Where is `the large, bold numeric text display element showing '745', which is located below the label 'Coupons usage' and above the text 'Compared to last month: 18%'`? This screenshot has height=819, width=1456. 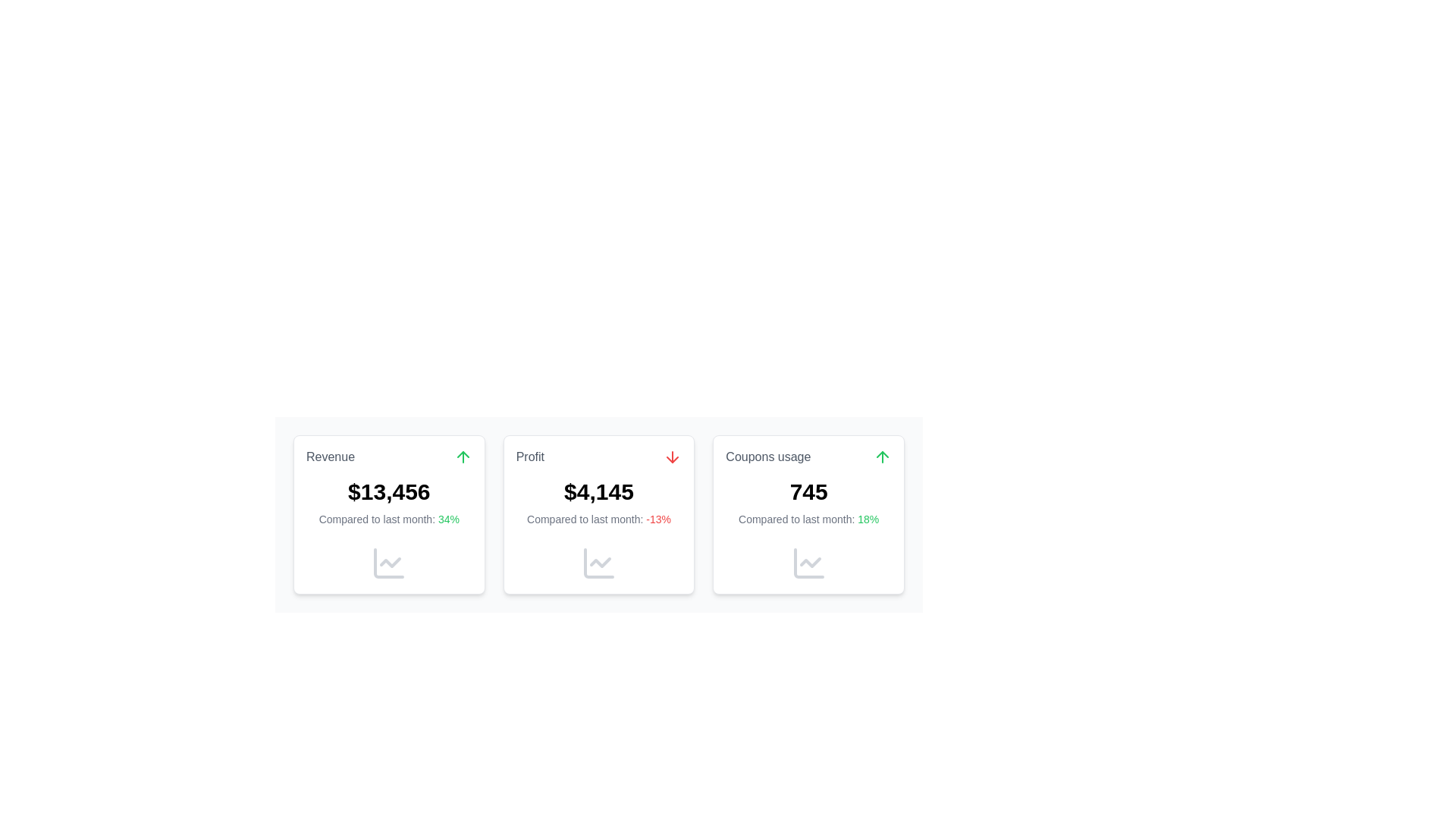 the large, bold numeric text display element showing '745', which is located below the label 'Coupons usage' and above the text 'Compared to last month: 18%' is located at coordinates (808, 491).